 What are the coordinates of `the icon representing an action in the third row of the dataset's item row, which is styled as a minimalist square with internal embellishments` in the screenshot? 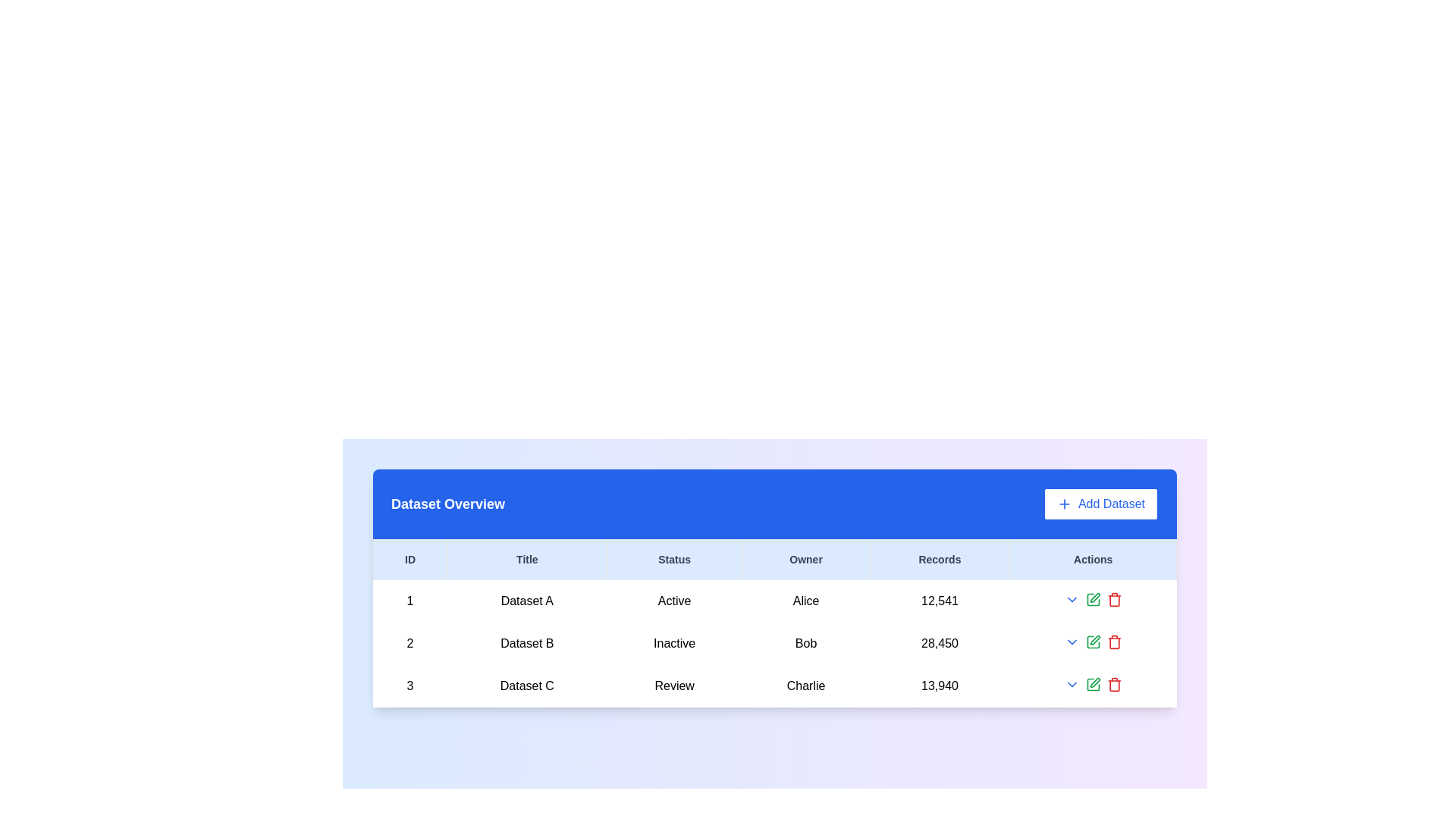 It's located at (1093, 684).